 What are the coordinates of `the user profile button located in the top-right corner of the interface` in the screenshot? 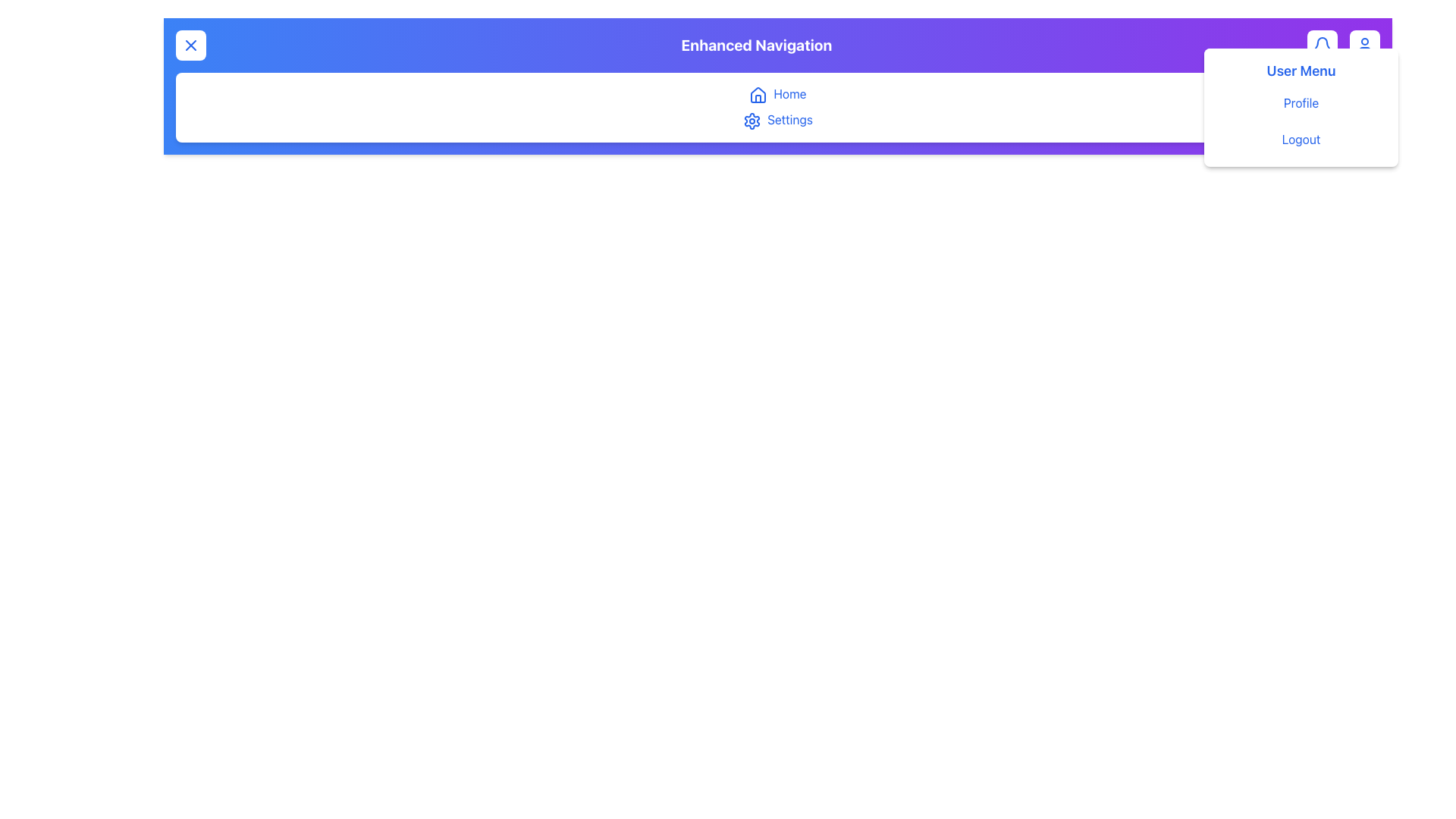 It's located at (1364, 45).